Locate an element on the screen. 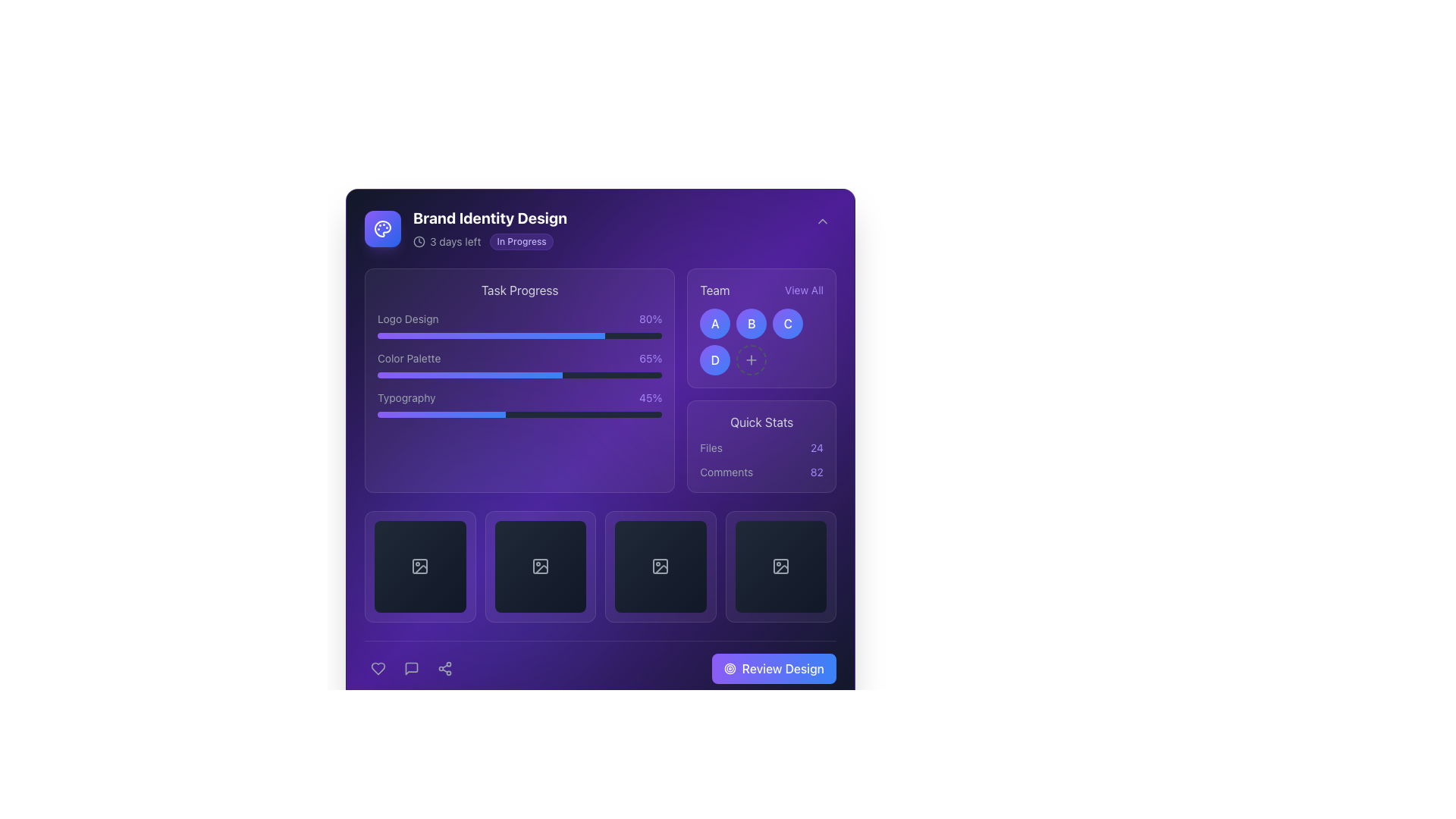  the circular badge containing the letter 'D' in white, which is the fourth badge in the 'Team' section, positioned below the 'A' badge and to the left of an interactive placeholder circle is located at coordinates (714, 359).